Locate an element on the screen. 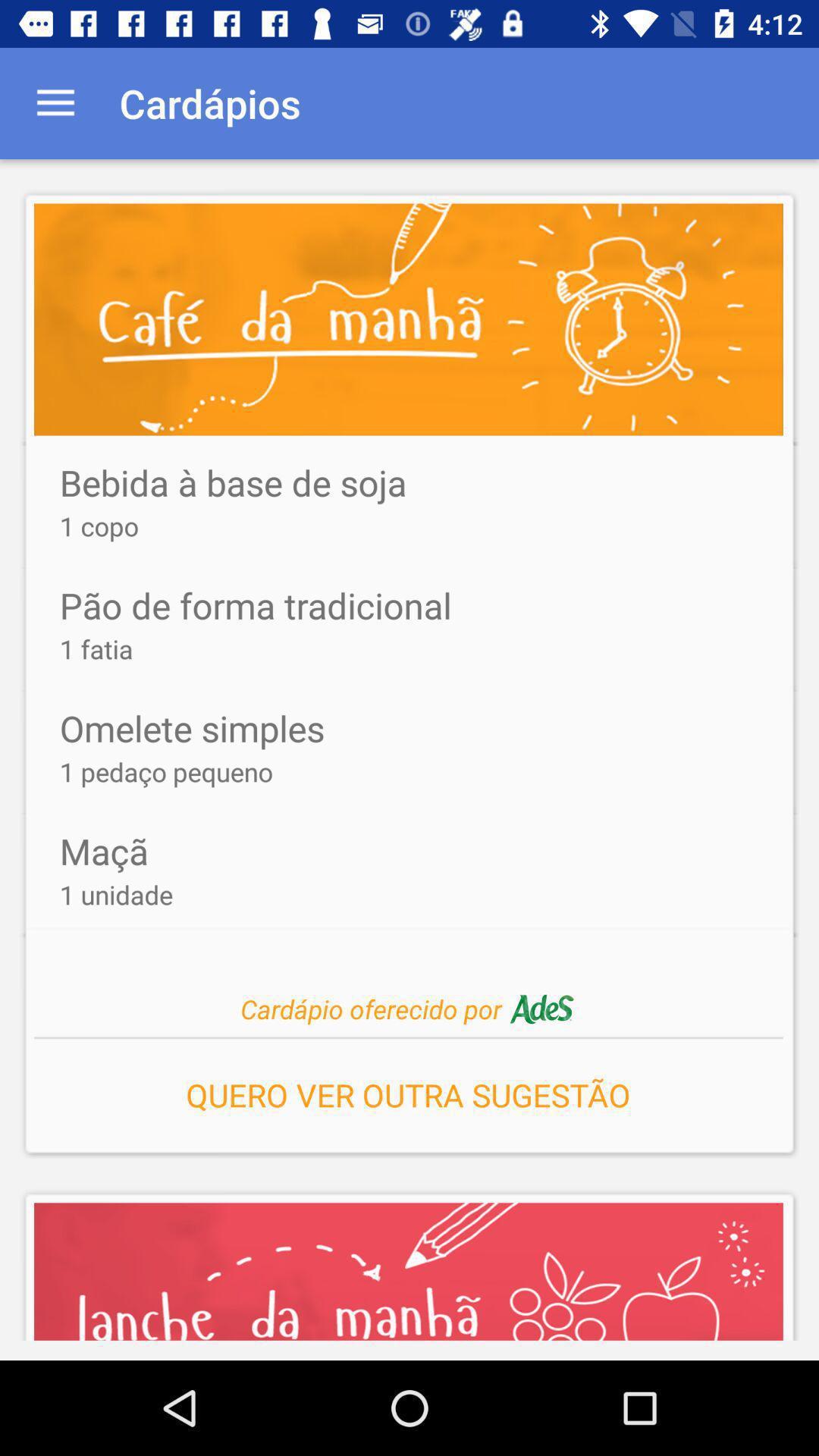 This screenshot has width=819, height=1456. the quero ver outra icon is located at coordinates (407, 1090).